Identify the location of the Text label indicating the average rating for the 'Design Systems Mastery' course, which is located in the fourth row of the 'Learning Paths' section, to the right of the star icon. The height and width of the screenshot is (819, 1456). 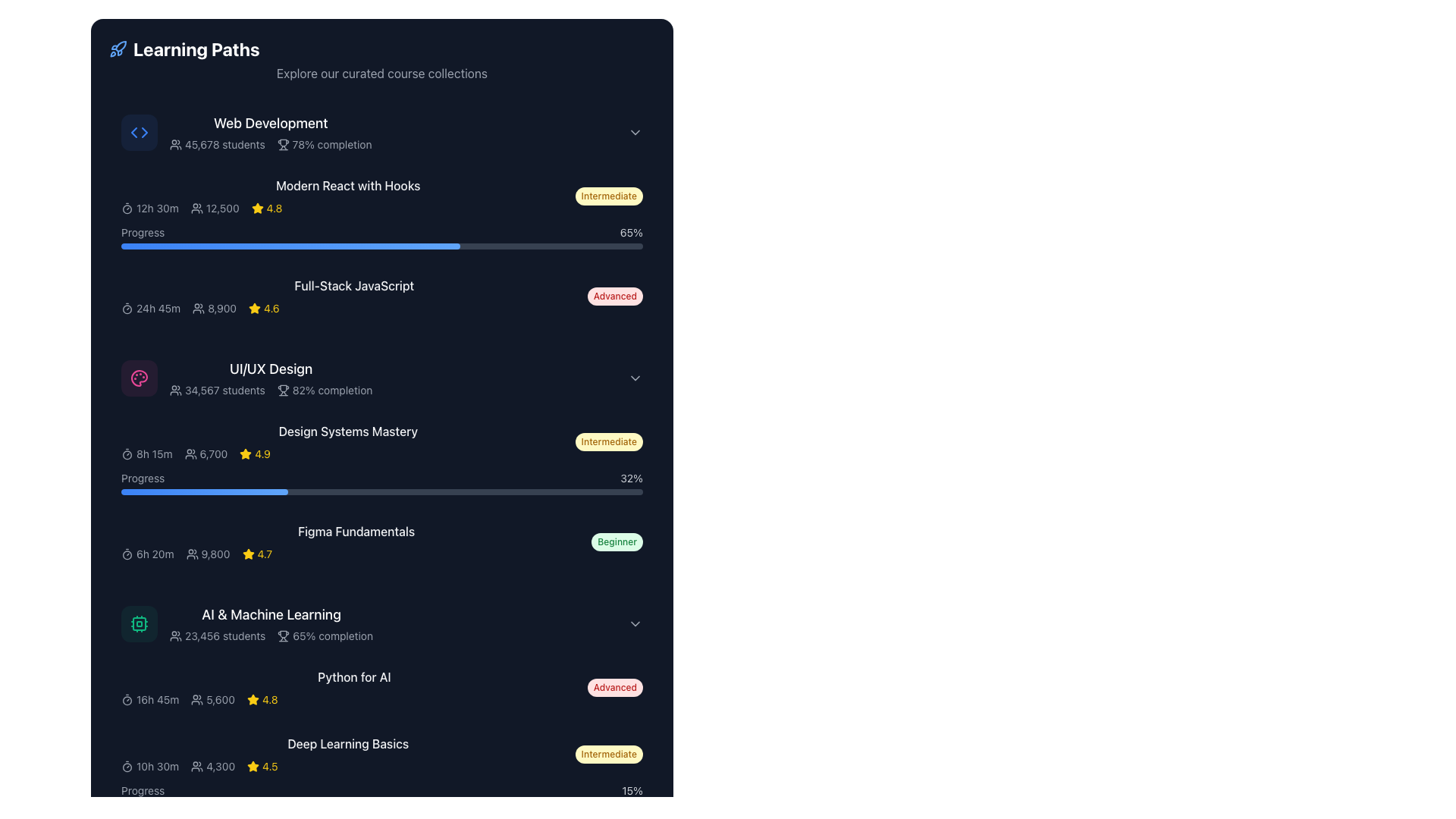
(262, 453).